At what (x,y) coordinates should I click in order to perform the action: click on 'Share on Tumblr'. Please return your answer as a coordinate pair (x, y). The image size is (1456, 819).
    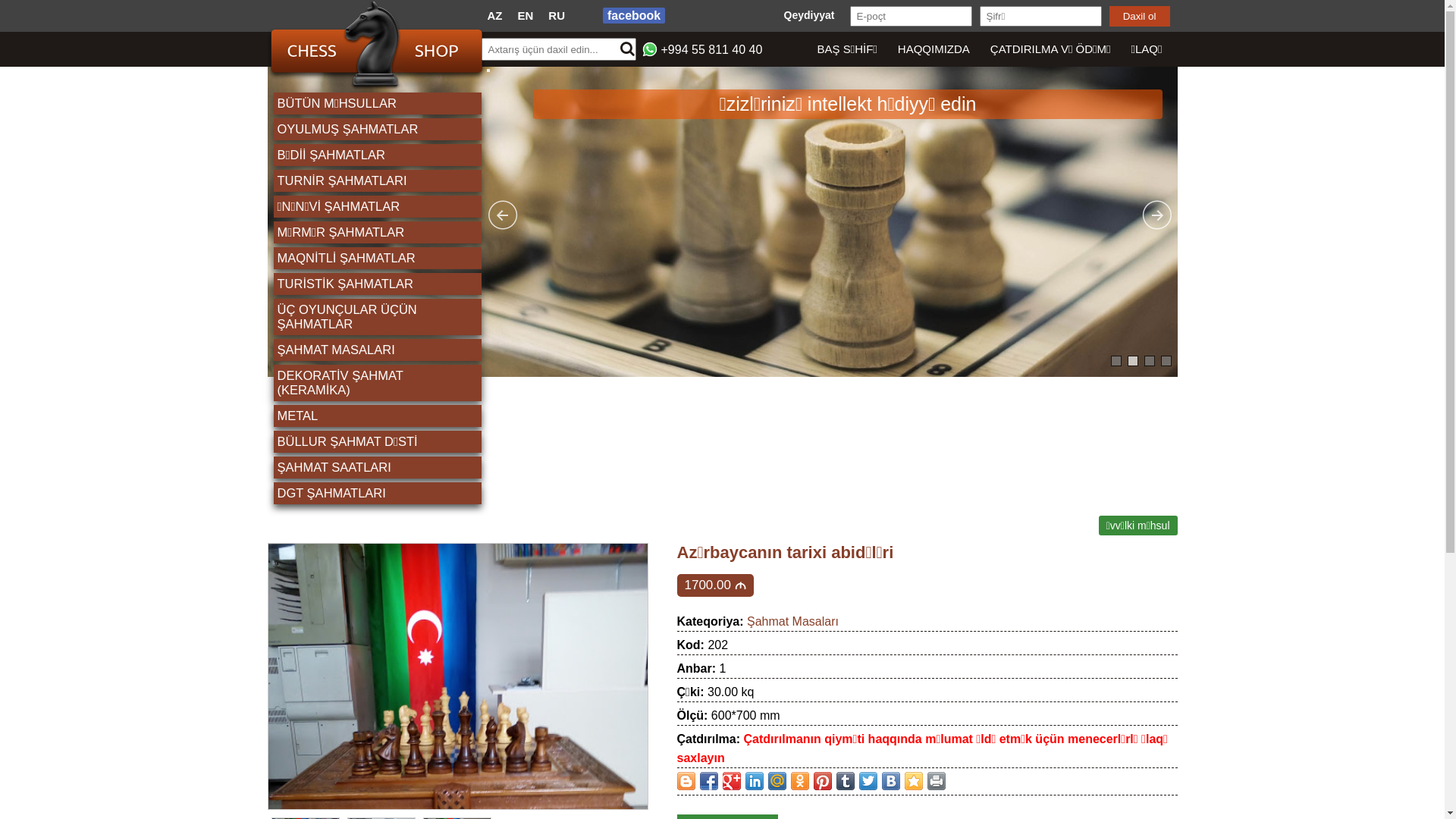
    Looking at the image, I should click on (843, 780).